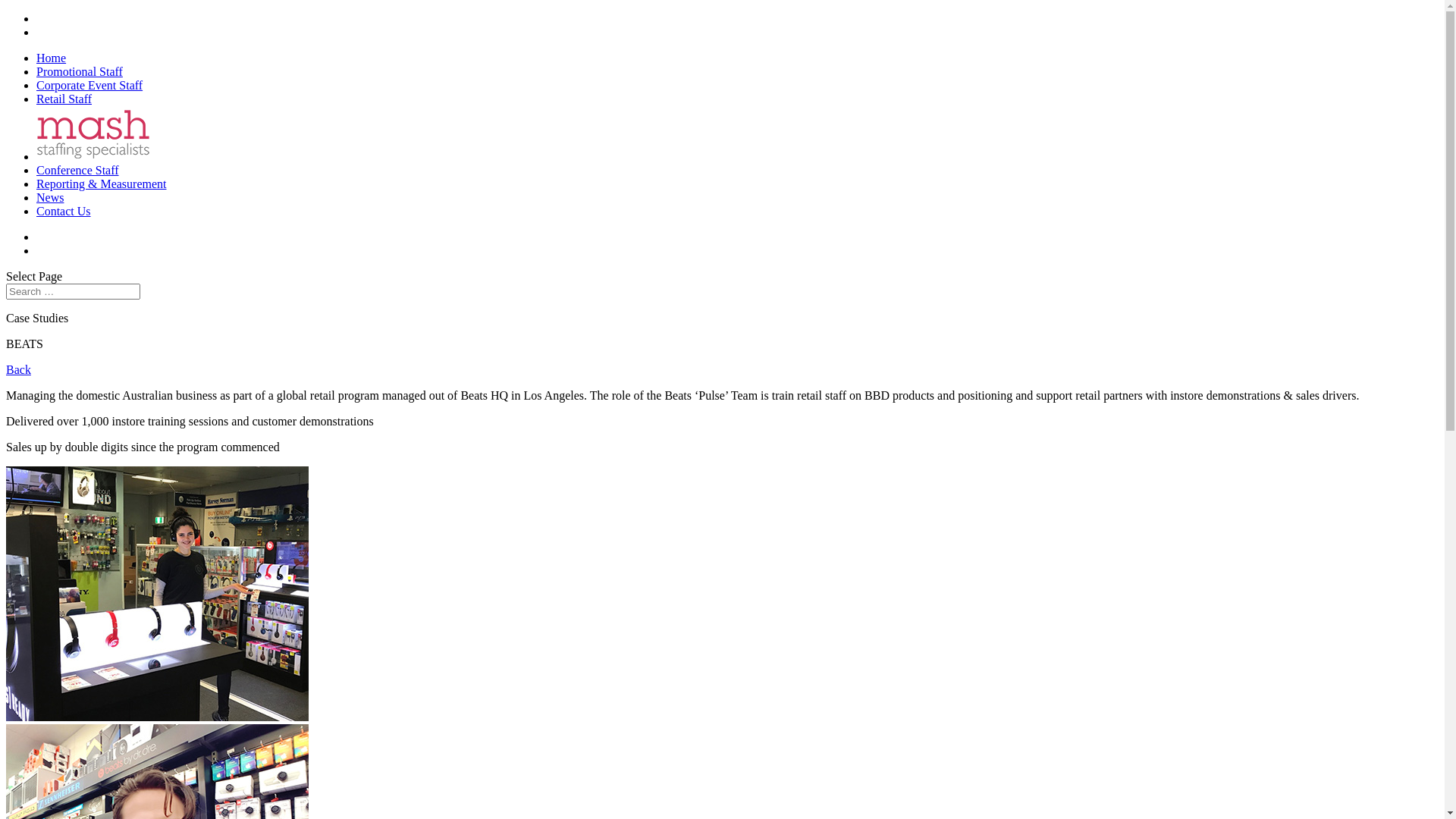 The height and width of the screenshot is (819, 1456). Describe the element at coordinates (79, 71) in the screenshot. I see `'Promotional Staff'` at that location.